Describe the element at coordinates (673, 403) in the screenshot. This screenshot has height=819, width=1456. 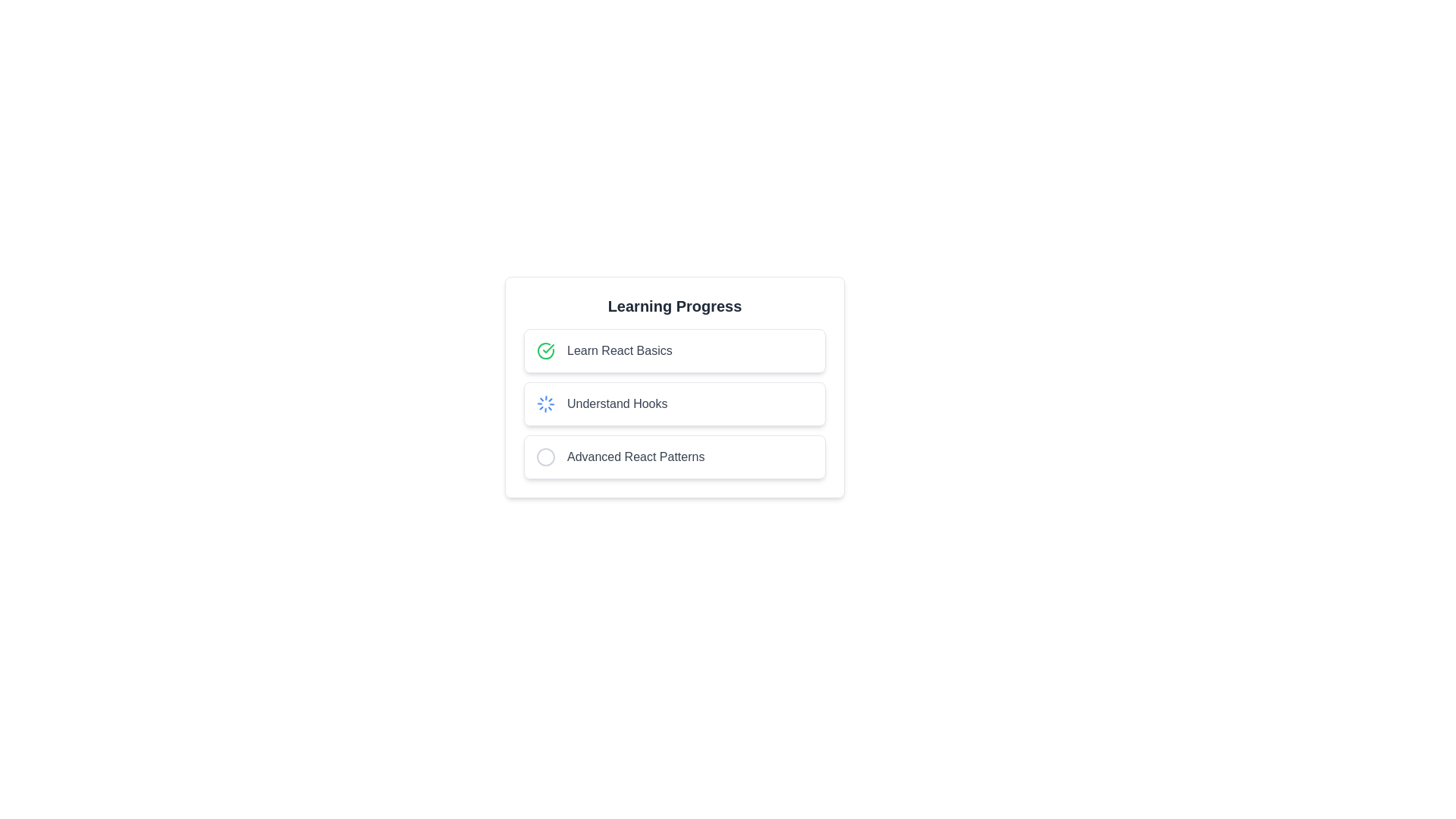
I see `the progress step section in the learning module, which is the second item in a vertical stack indicating that this step is currently in progress` at that location.